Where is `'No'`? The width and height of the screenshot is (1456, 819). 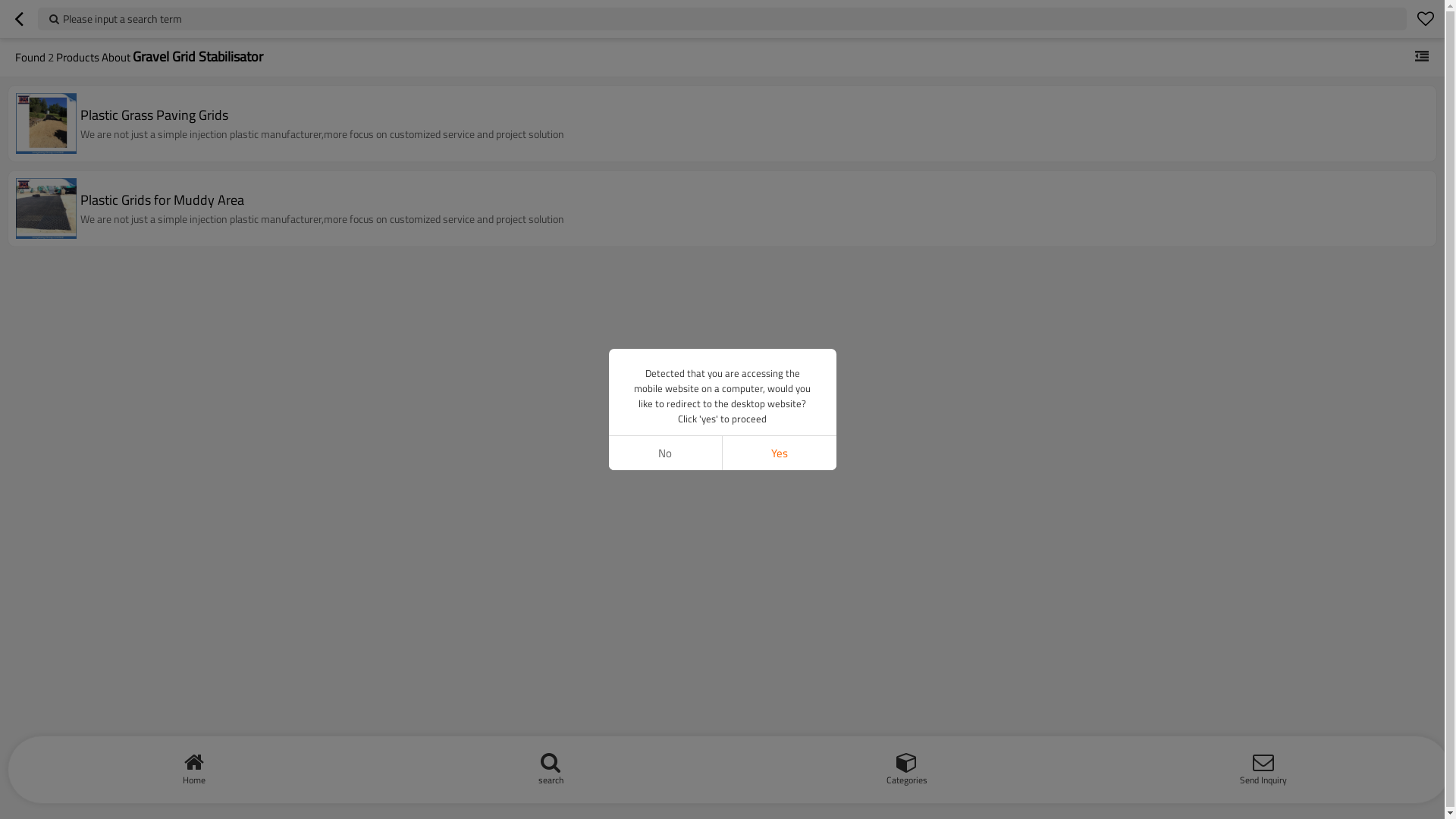
'No' is located at coordinates (607, 452).